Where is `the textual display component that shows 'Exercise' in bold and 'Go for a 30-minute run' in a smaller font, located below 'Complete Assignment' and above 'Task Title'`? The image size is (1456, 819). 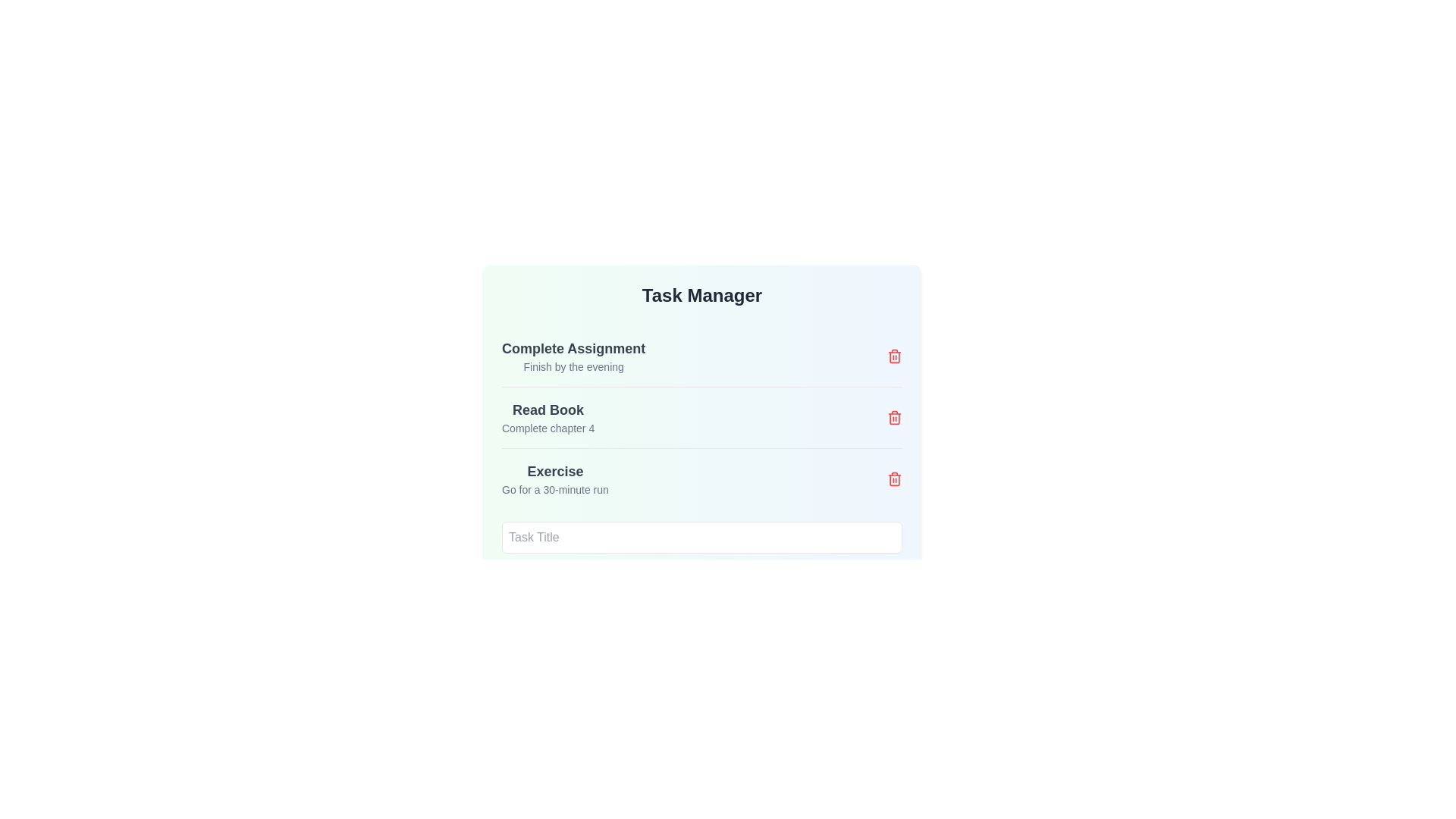
the textual display component that shows 'Exercise' in bold and 'Go for a 30-minute run' in a smaller font, located below 'Complete Assignment' and above 'Task Title' is located at coordinates (554, 479).